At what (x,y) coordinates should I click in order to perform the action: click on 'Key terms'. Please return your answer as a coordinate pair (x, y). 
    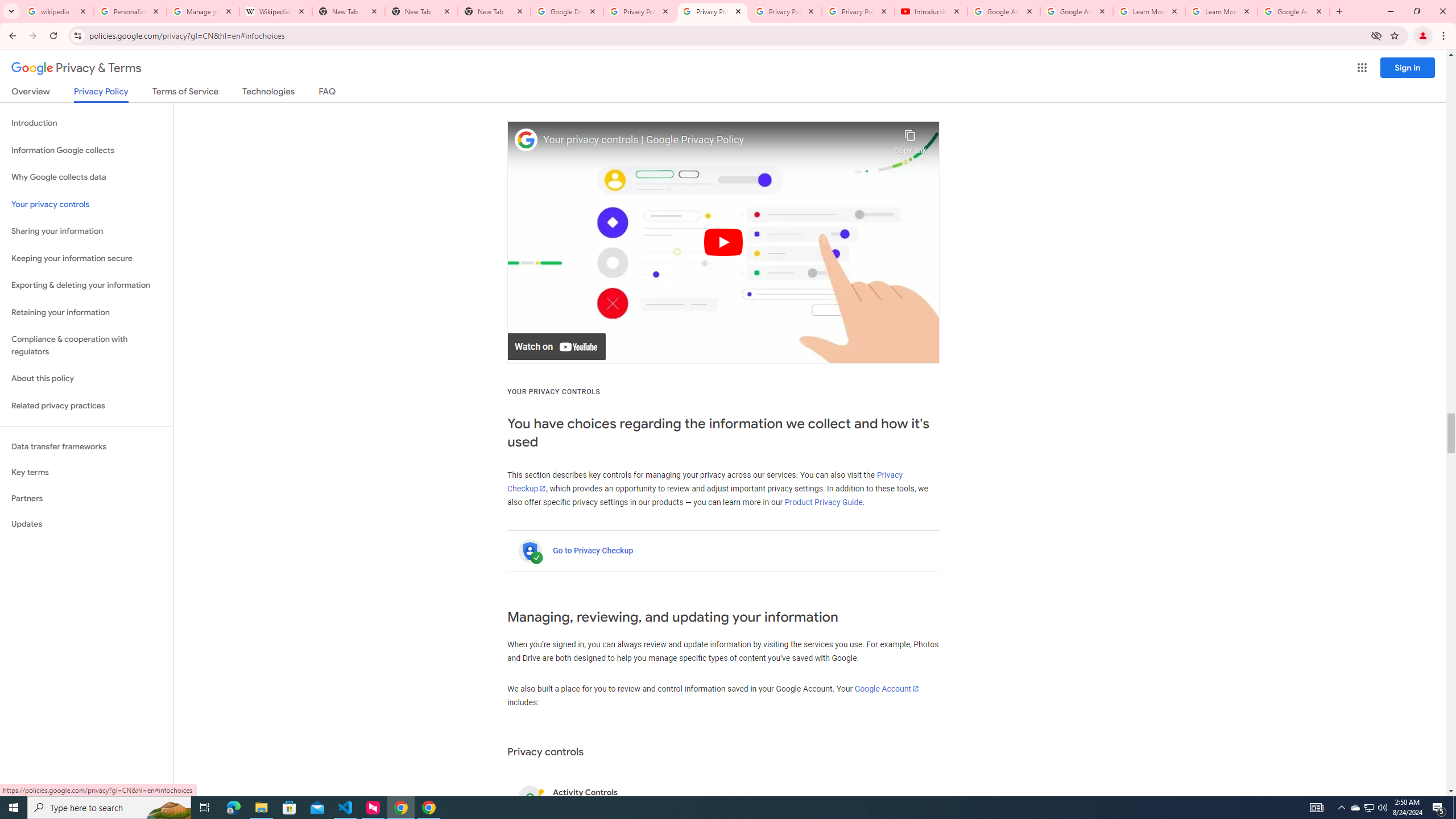
    Looking at the image, I should click on (86, 472).